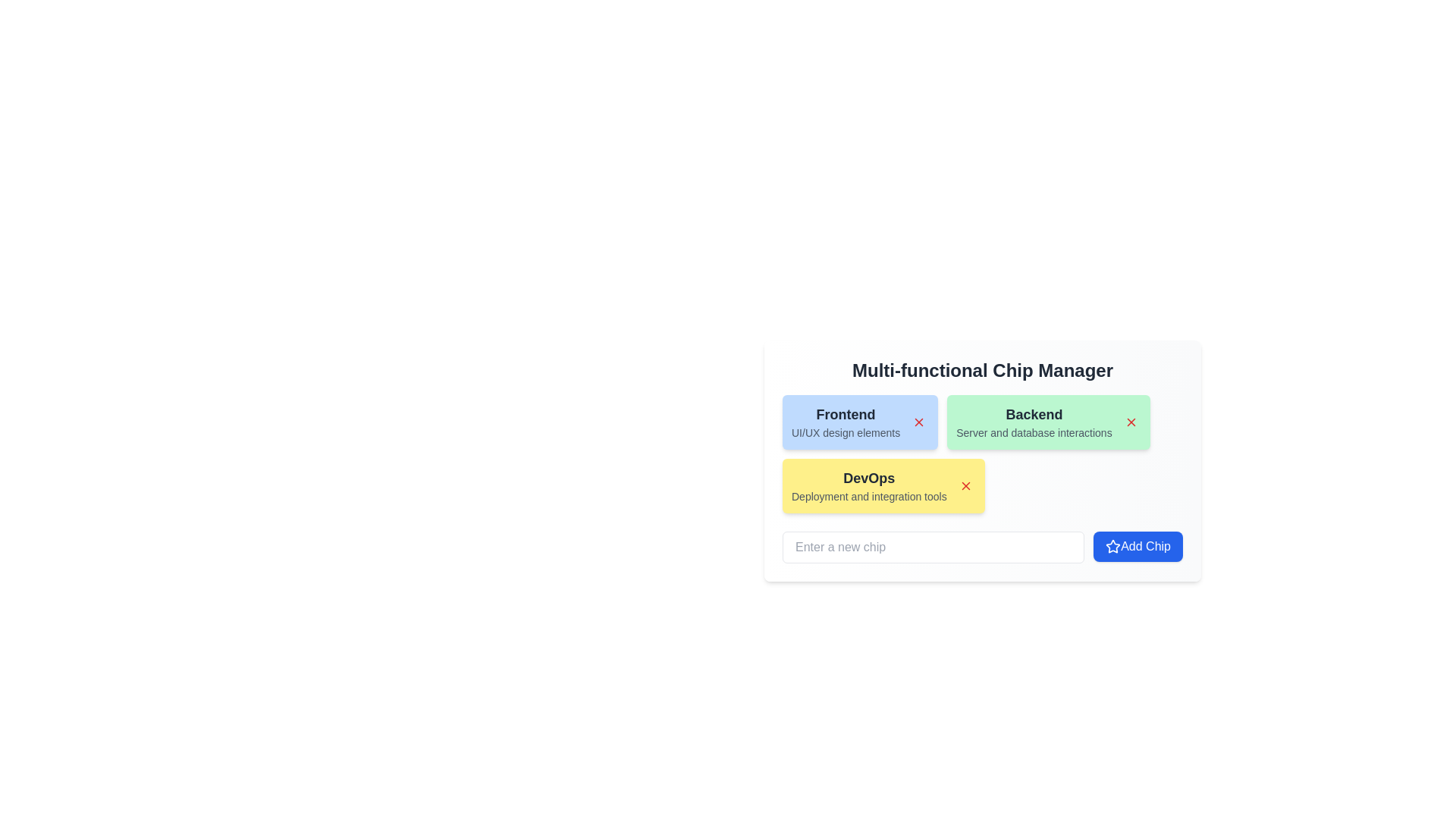 This screenshot has height=819, width=1456. What do you see at coordinates (965, 485) in the screenshot?
I see `the close or cancel button represented by a small red 'X' icon located at the top-right corner of the 'DevOps' chip in the chip manager section` at bounding box center [965, 485].